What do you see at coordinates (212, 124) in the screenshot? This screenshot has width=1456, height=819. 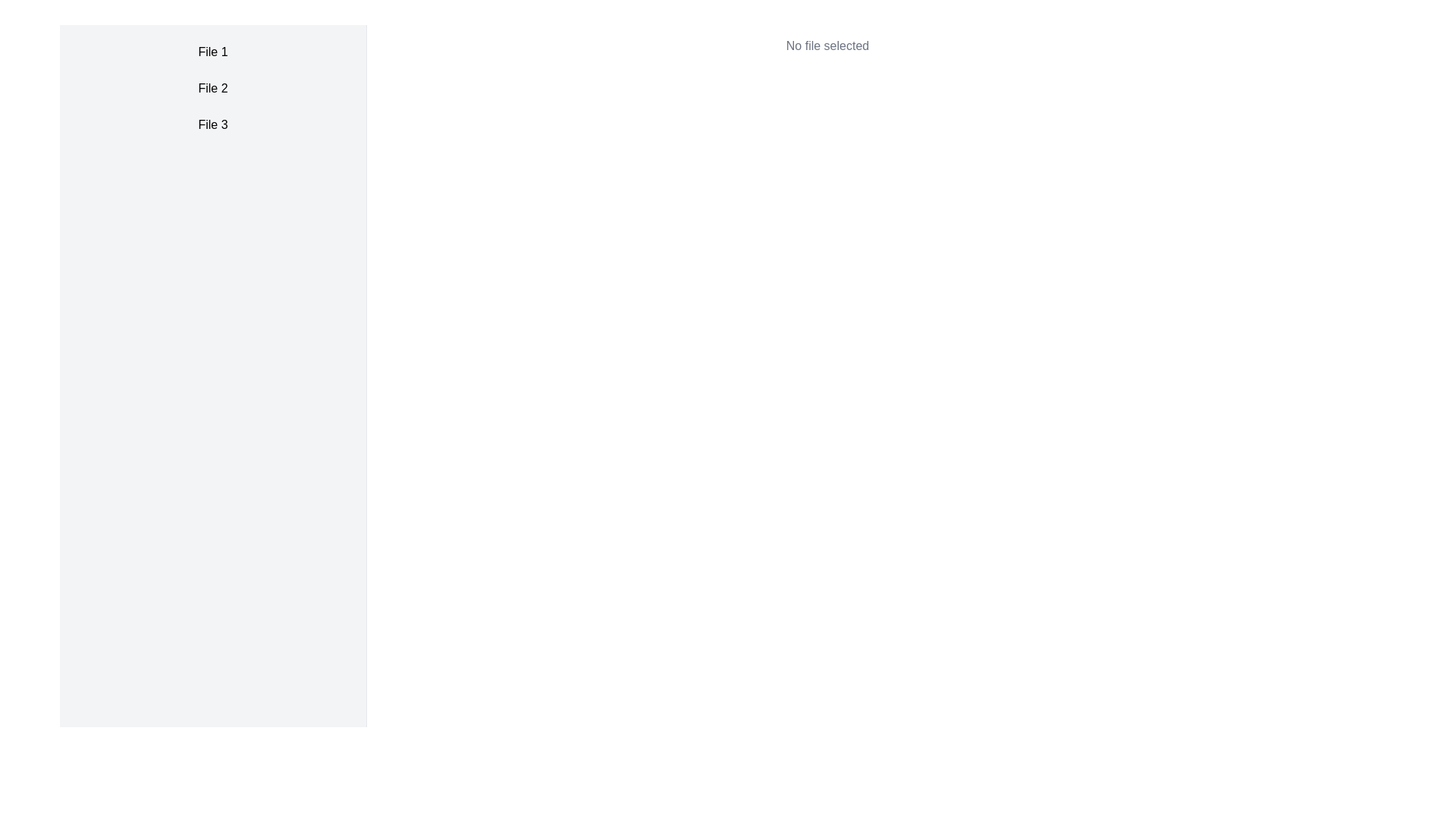 I see `the third item in the list labeled 'File 3' to trigger the hover effect` at bounding box center [212, 124].